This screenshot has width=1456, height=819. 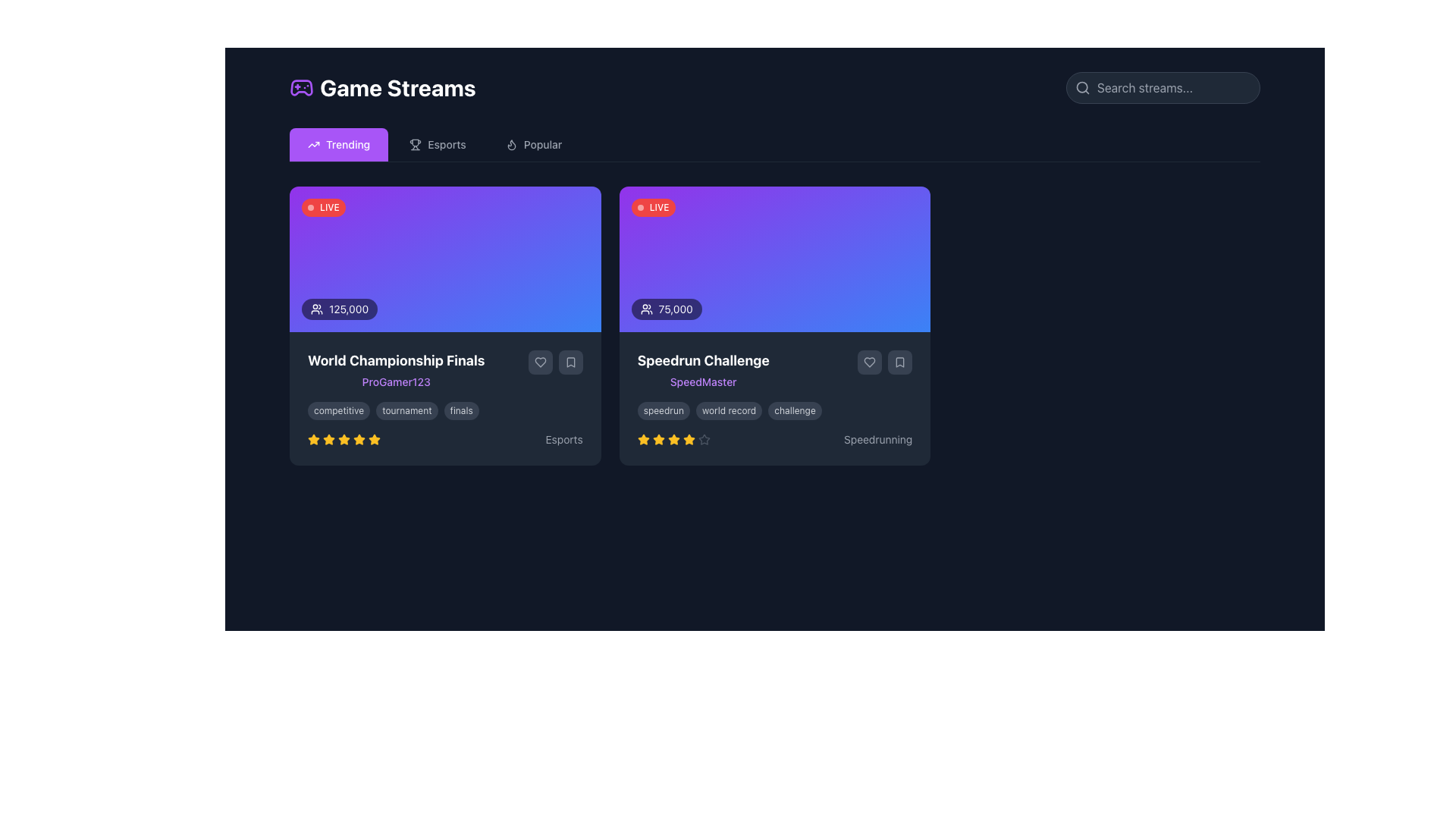 I want to click on text content of the title and username of the streamer displayed in the leftmost card under the 'Trending' tab, located towards the bottom of the card above the tag elements and star rating section, so click(x=396, y=370).